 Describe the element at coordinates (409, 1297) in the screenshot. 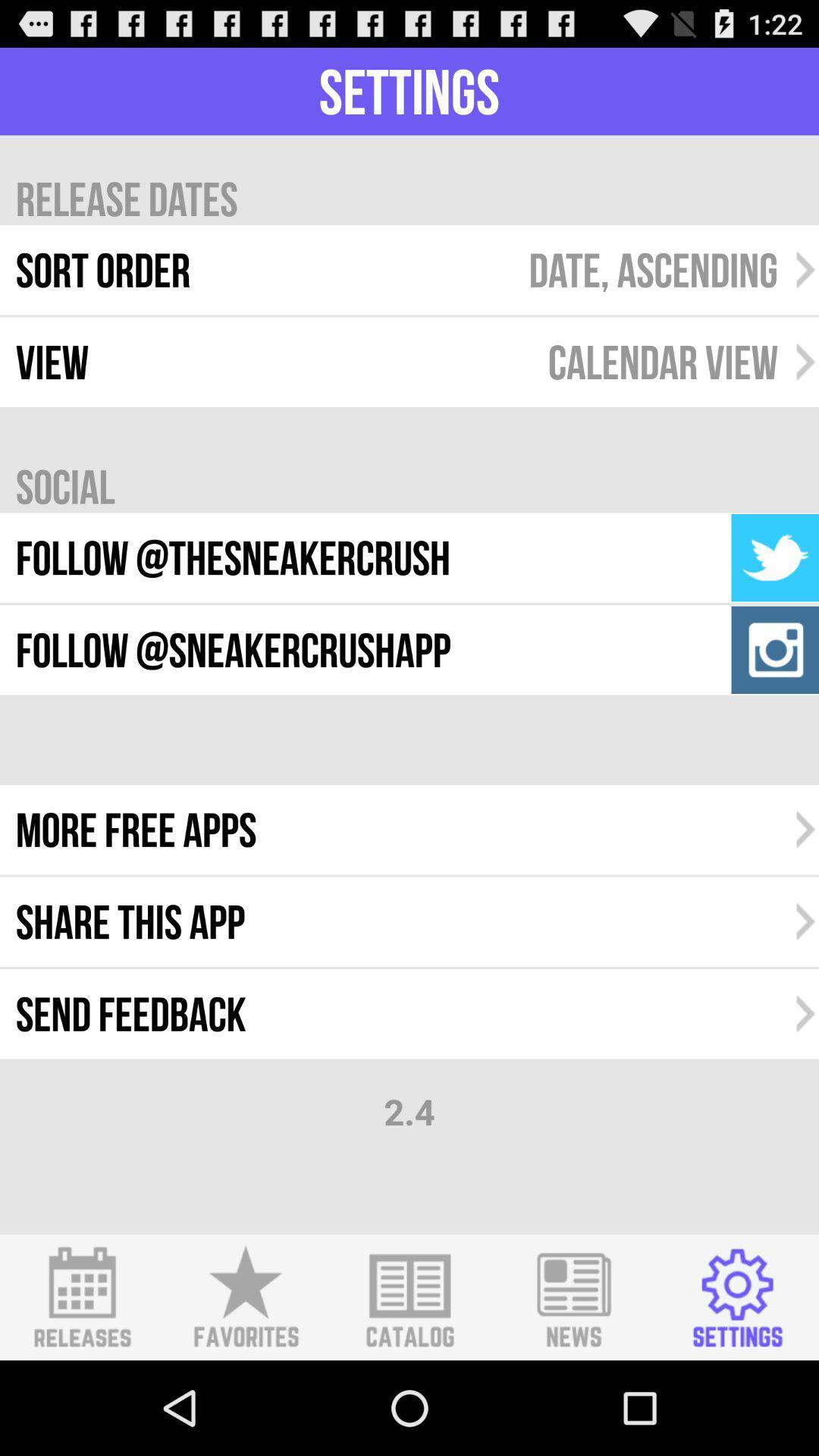

I see `catalog` at that location.